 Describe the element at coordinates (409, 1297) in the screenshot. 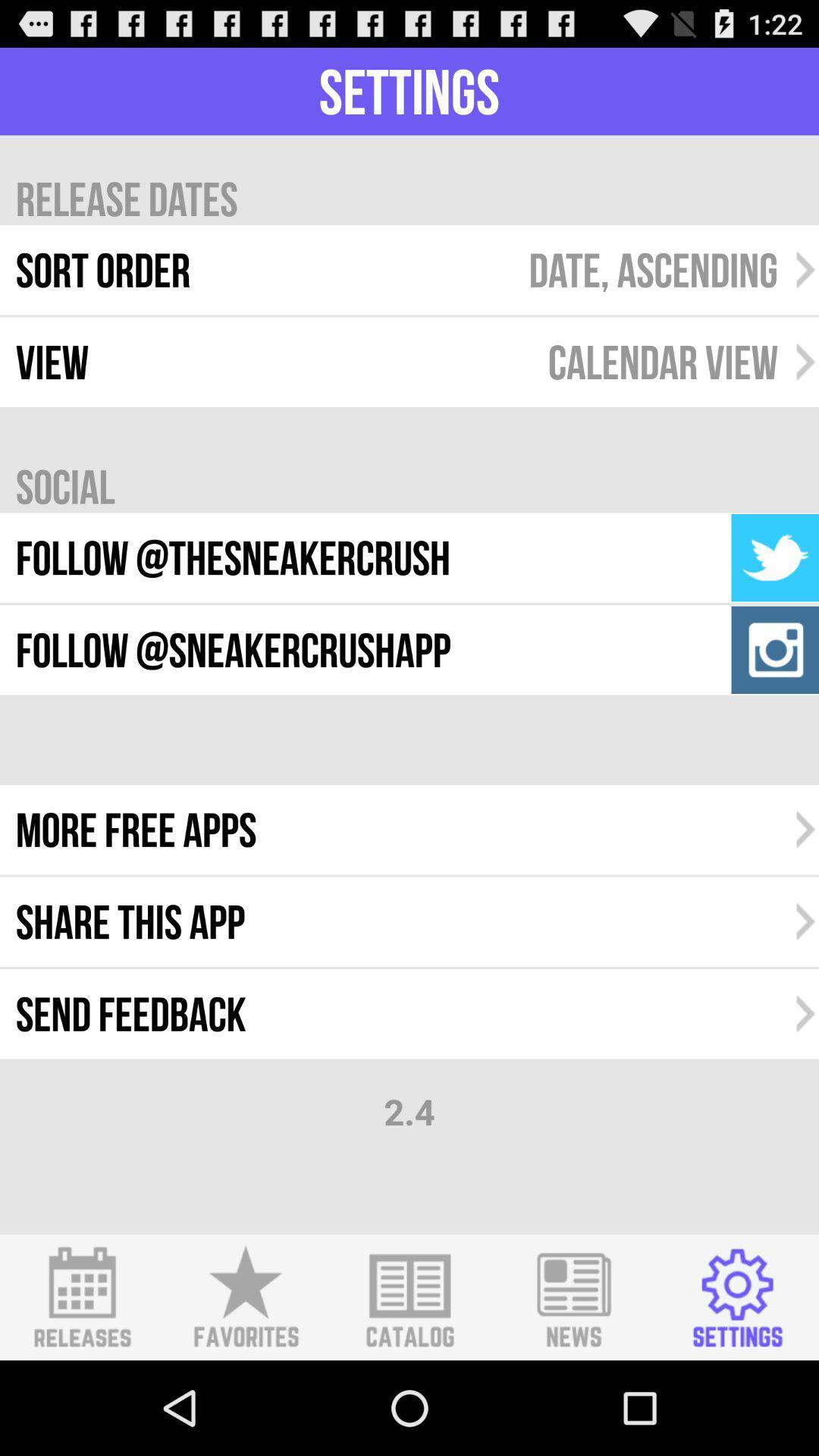

I see `catalog` at that location.